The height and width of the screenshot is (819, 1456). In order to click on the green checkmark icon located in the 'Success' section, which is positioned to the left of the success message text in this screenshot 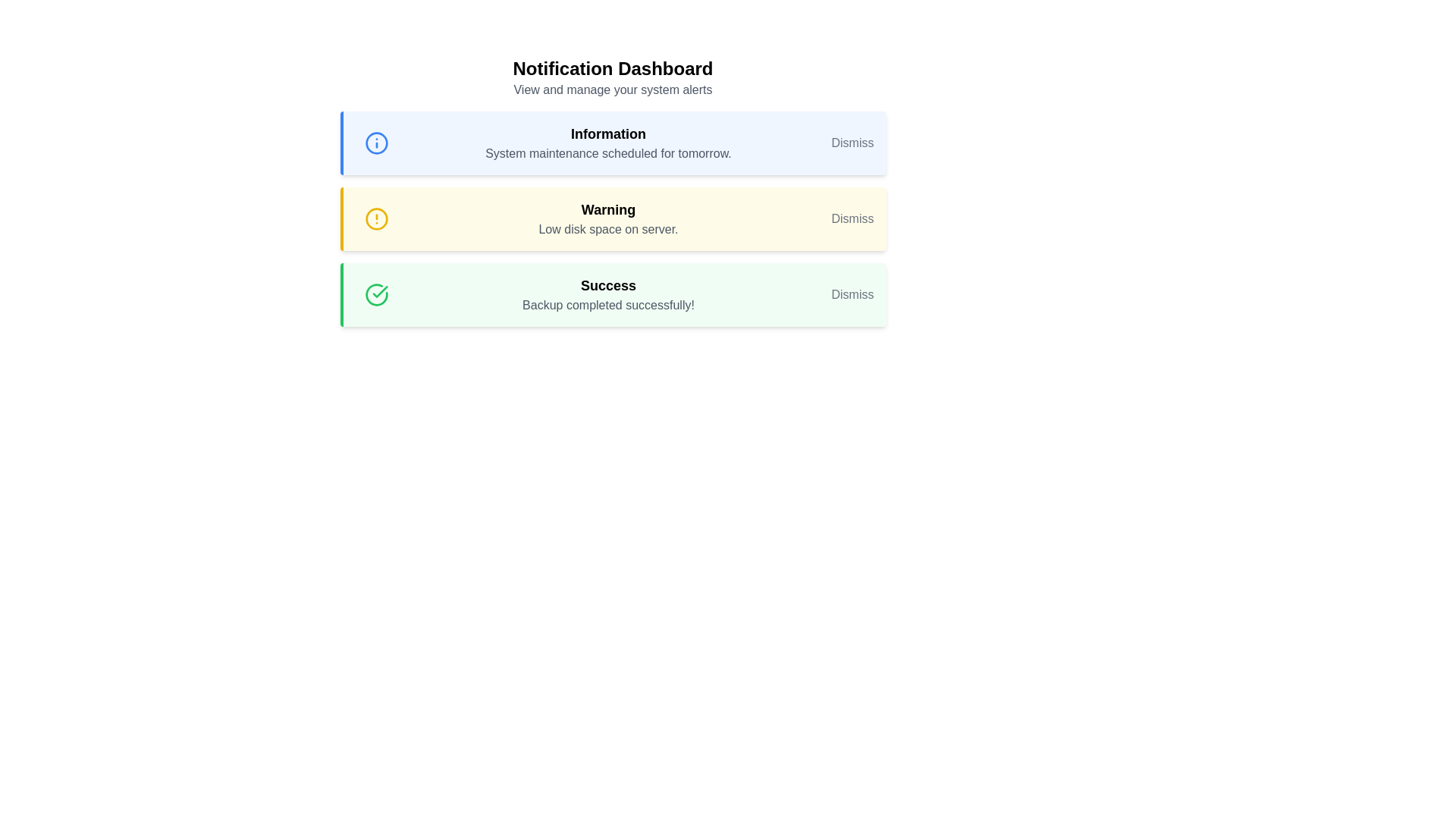, I will do `click(380, 292)`.